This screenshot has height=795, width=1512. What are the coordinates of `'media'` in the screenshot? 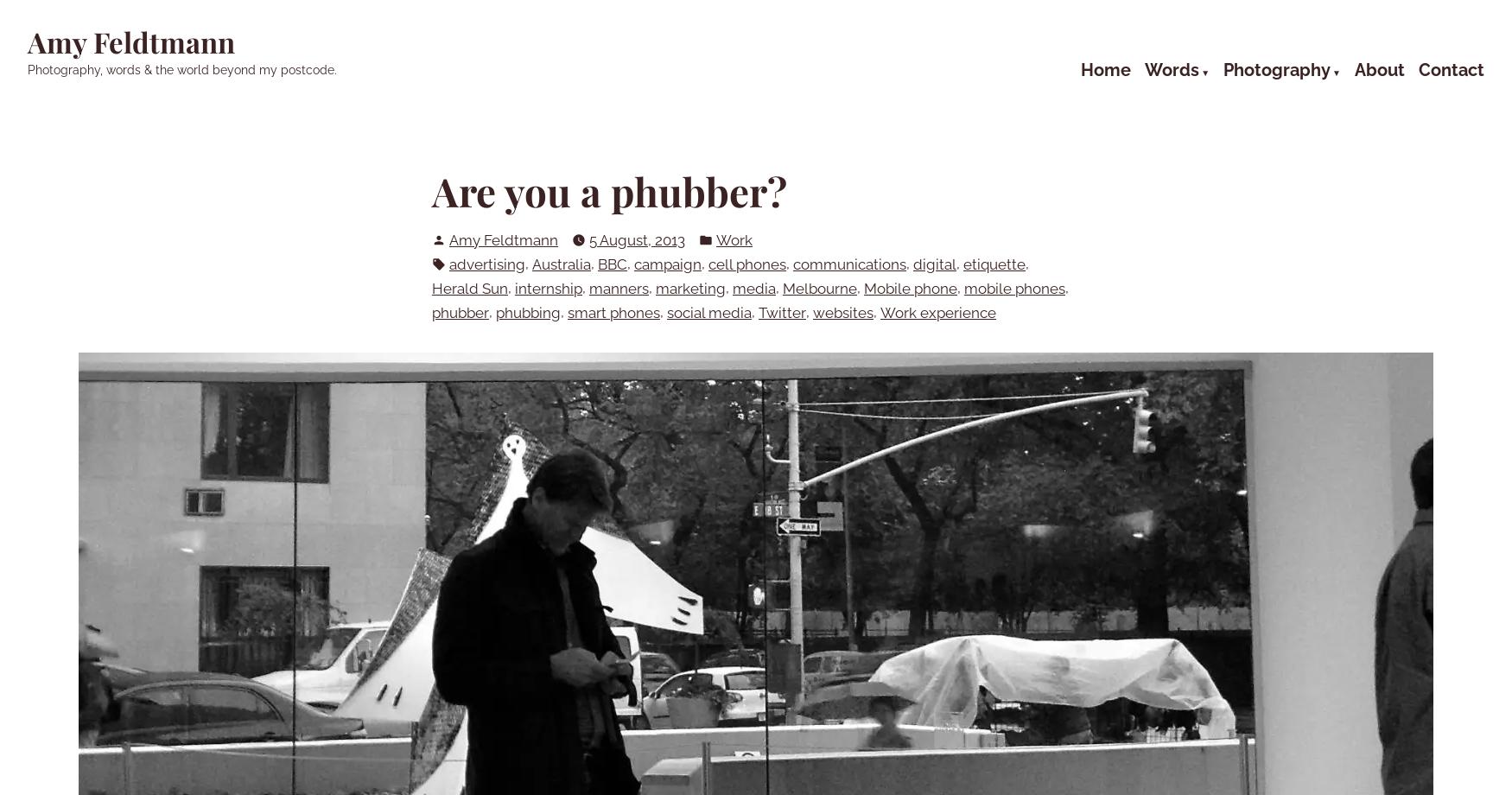 It's located at (754, 288).